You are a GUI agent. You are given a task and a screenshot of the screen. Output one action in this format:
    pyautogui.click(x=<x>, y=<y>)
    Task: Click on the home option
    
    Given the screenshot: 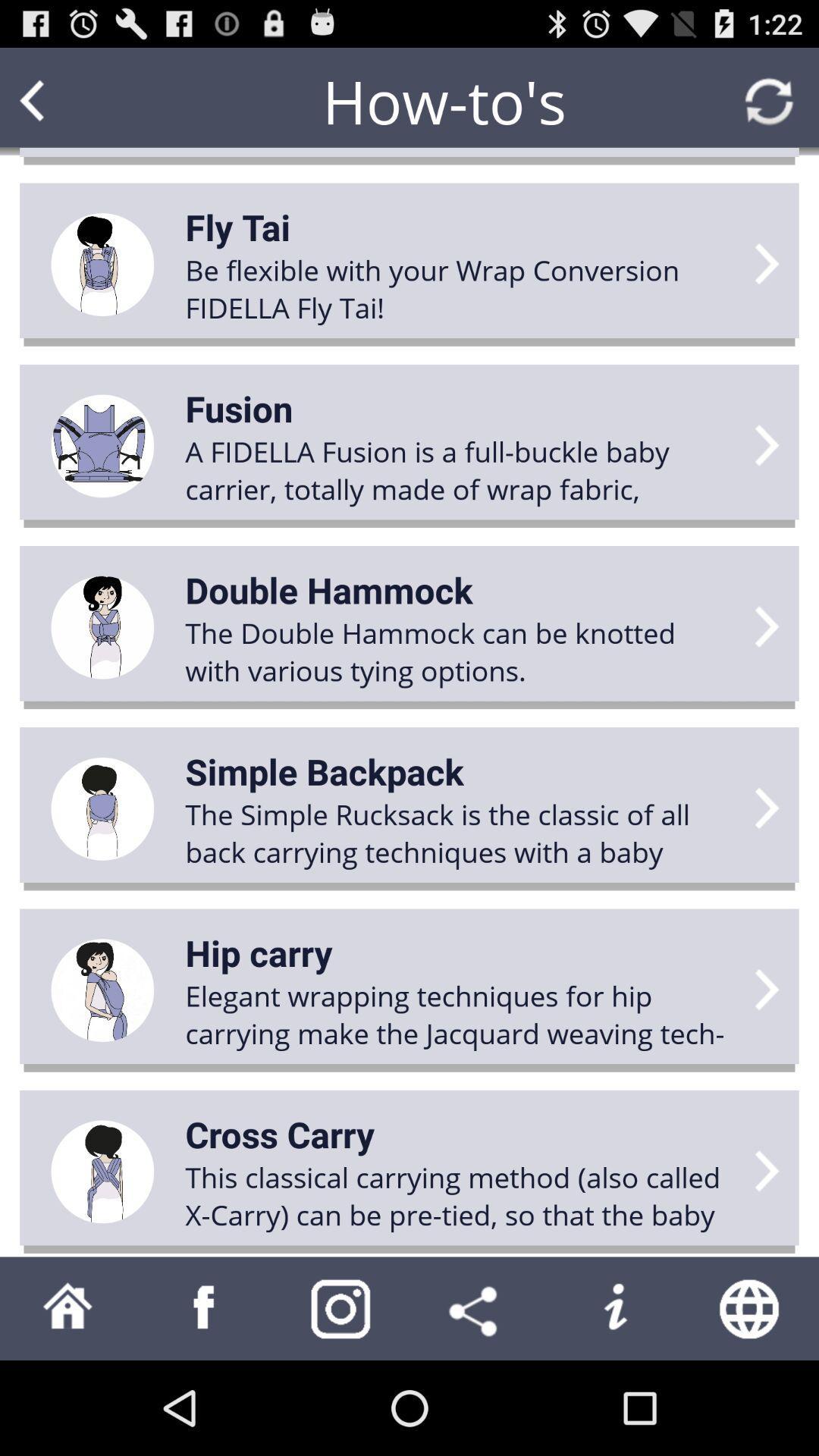 What is the action you would take?
    pyautogui.click(x=67, y=1307)
    